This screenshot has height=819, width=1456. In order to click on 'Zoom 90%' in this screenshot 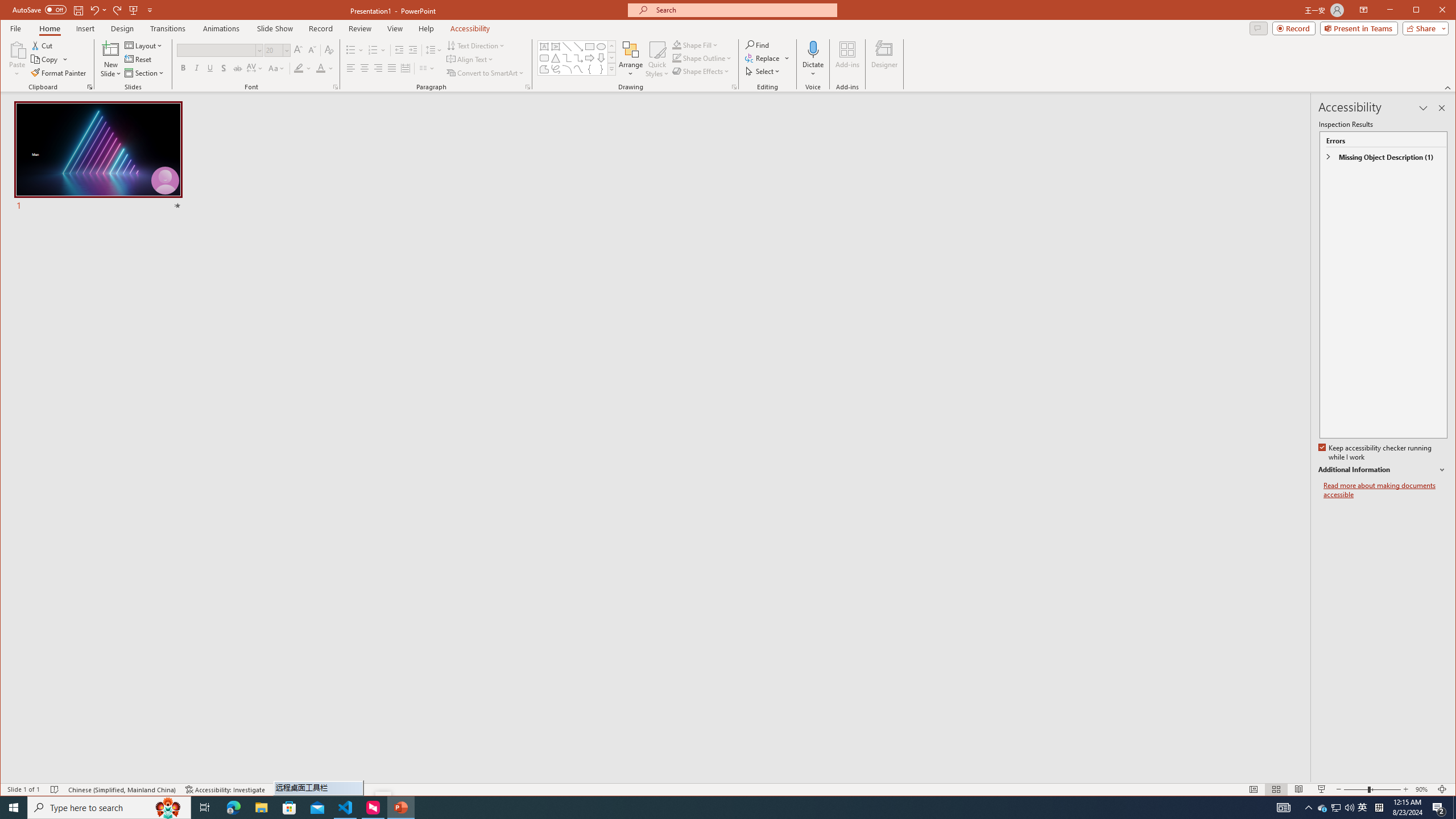, I will do `click(1423, 789)`.